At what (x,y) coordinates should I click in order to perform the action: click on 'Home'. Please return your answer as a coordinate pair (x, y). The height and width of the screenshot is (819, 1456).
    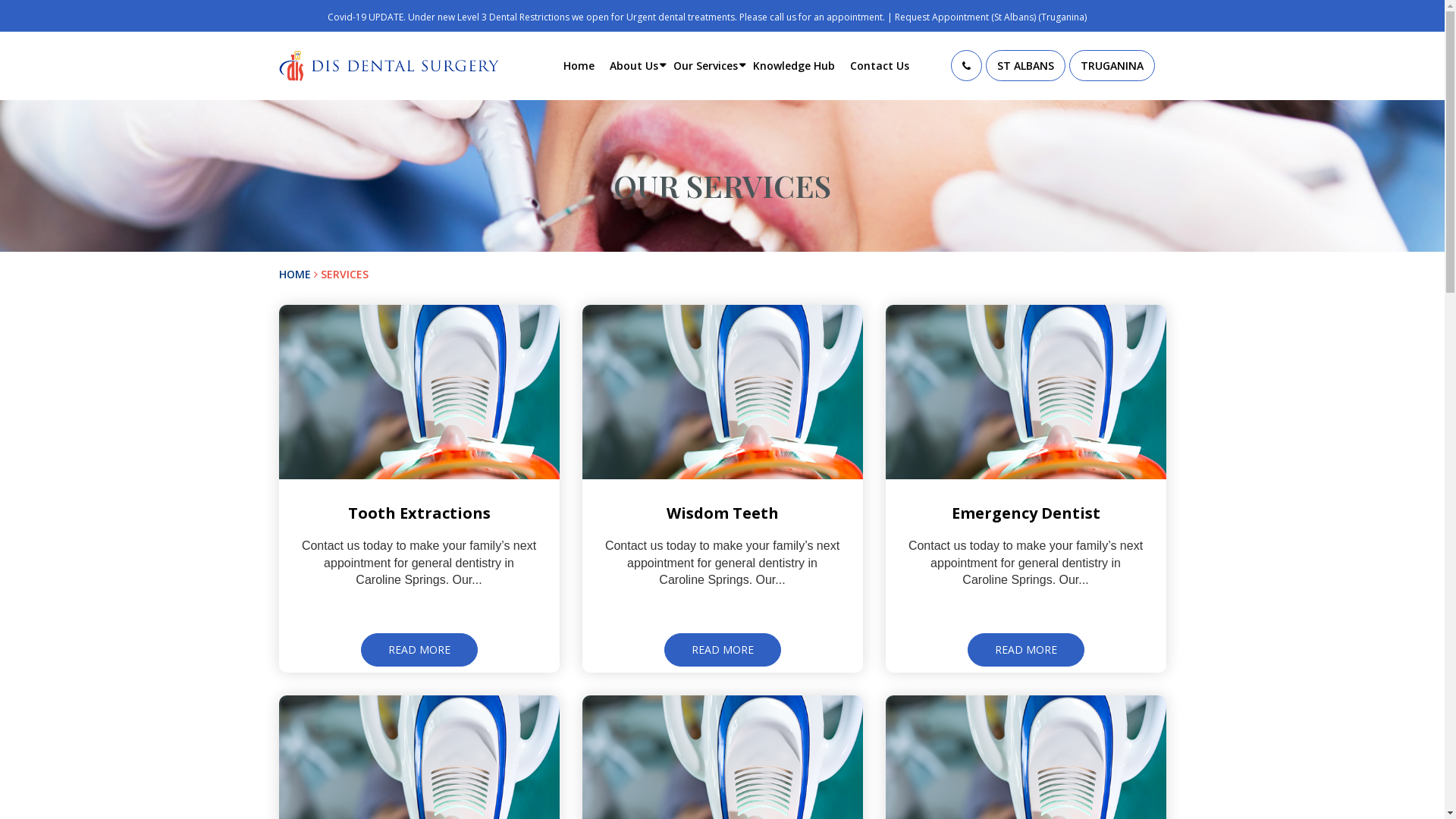
    Looking at the image, I should click on (578, 64).